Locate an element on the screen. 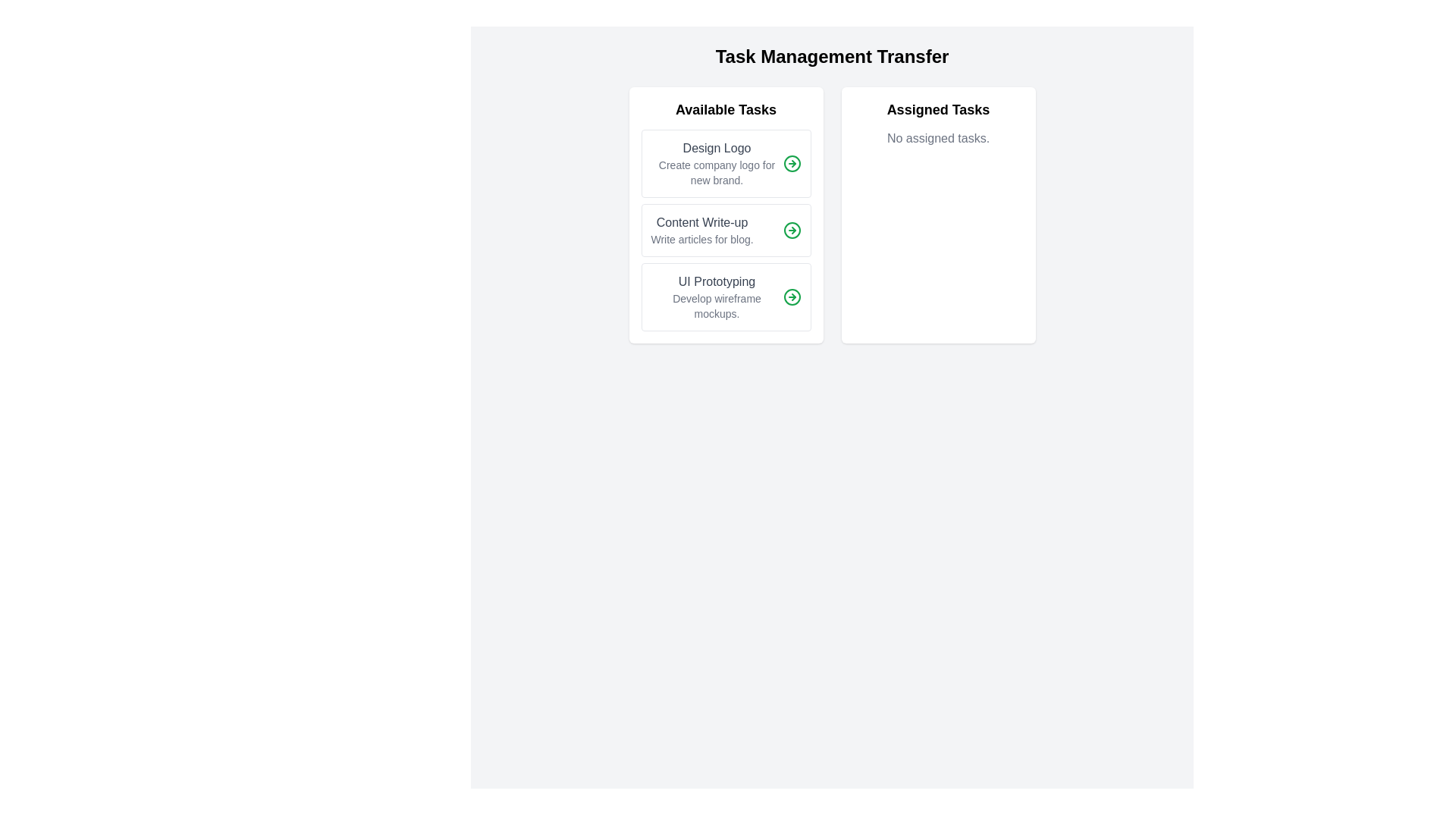 Image resolution: width=1456 pixels, height=819 pixels. the 'Content Write-up' task item in the 'Available Tasks' panel is located at coordinates (725, 231).